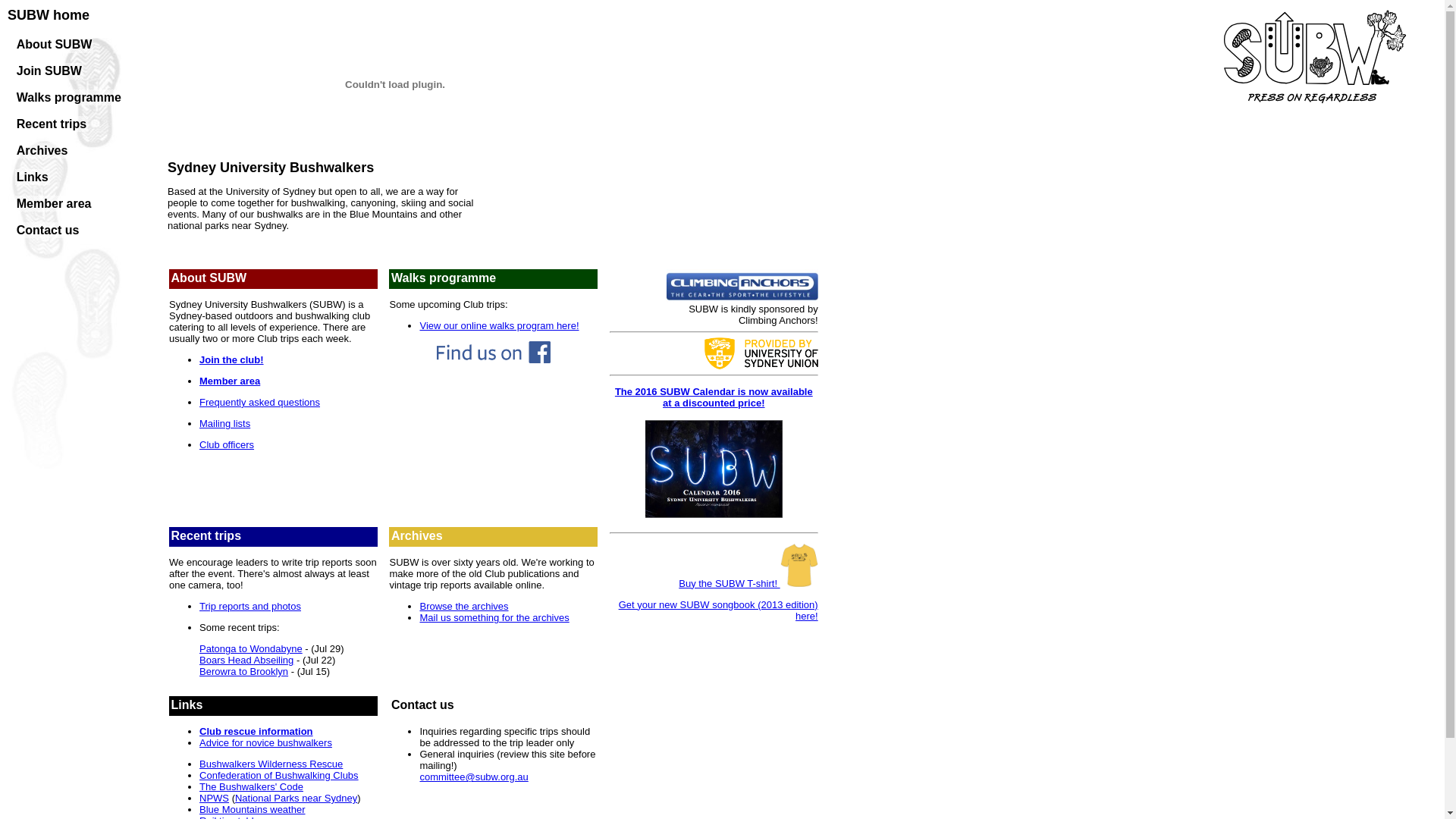 Image resolution: width=1456 pixels, height=819 pixels. Describe the element at coordinates (271, 764) in the screenshot. I see `'Bushwalkers Wilderness Rescue'` at that location.